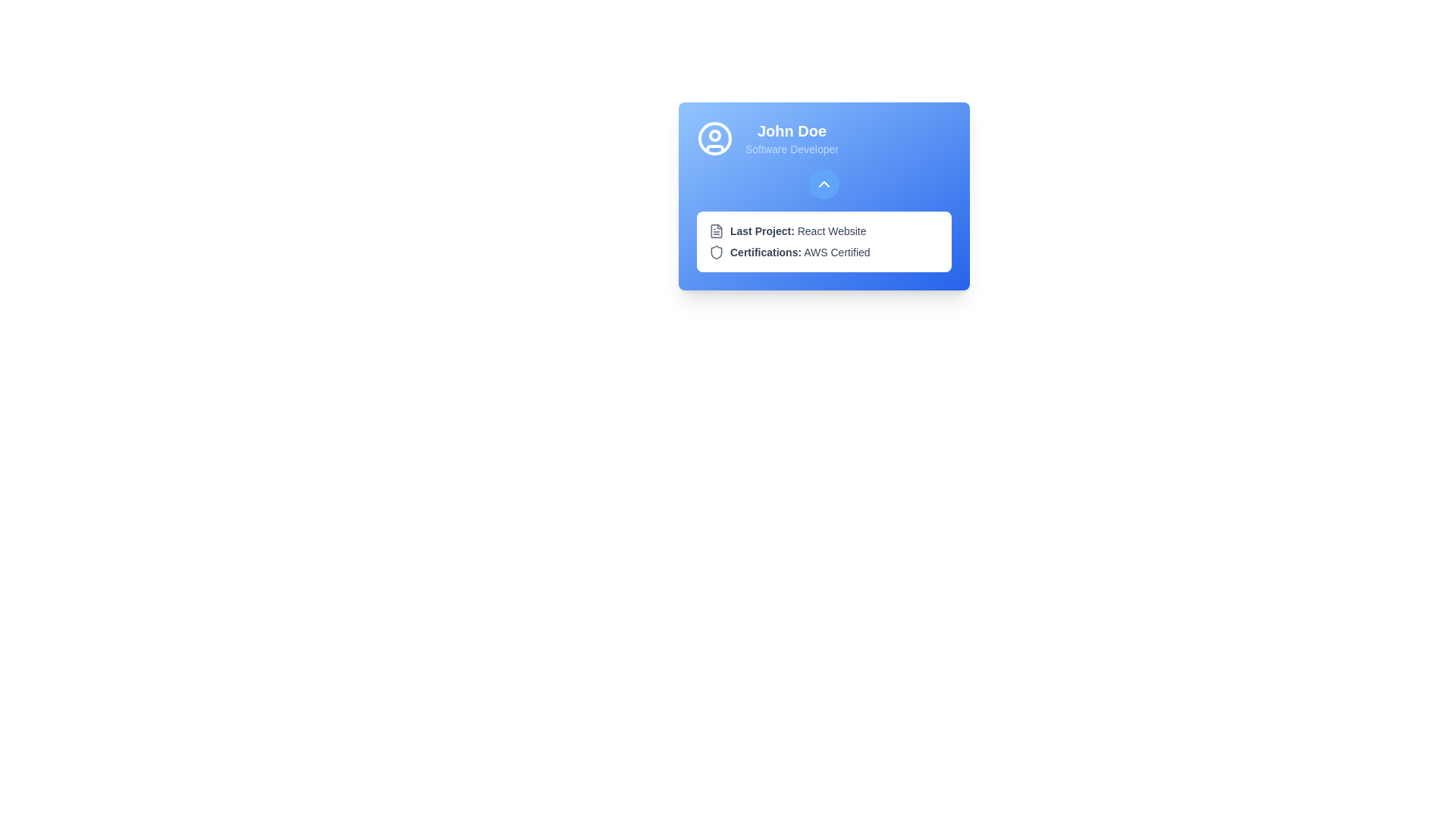  I want to click on the outer blue outlined circle in the user avatar graphic representing a profile, located on the left side of the blue card containing 'John Doe' and 'Software Developer.', so click(714, 138).